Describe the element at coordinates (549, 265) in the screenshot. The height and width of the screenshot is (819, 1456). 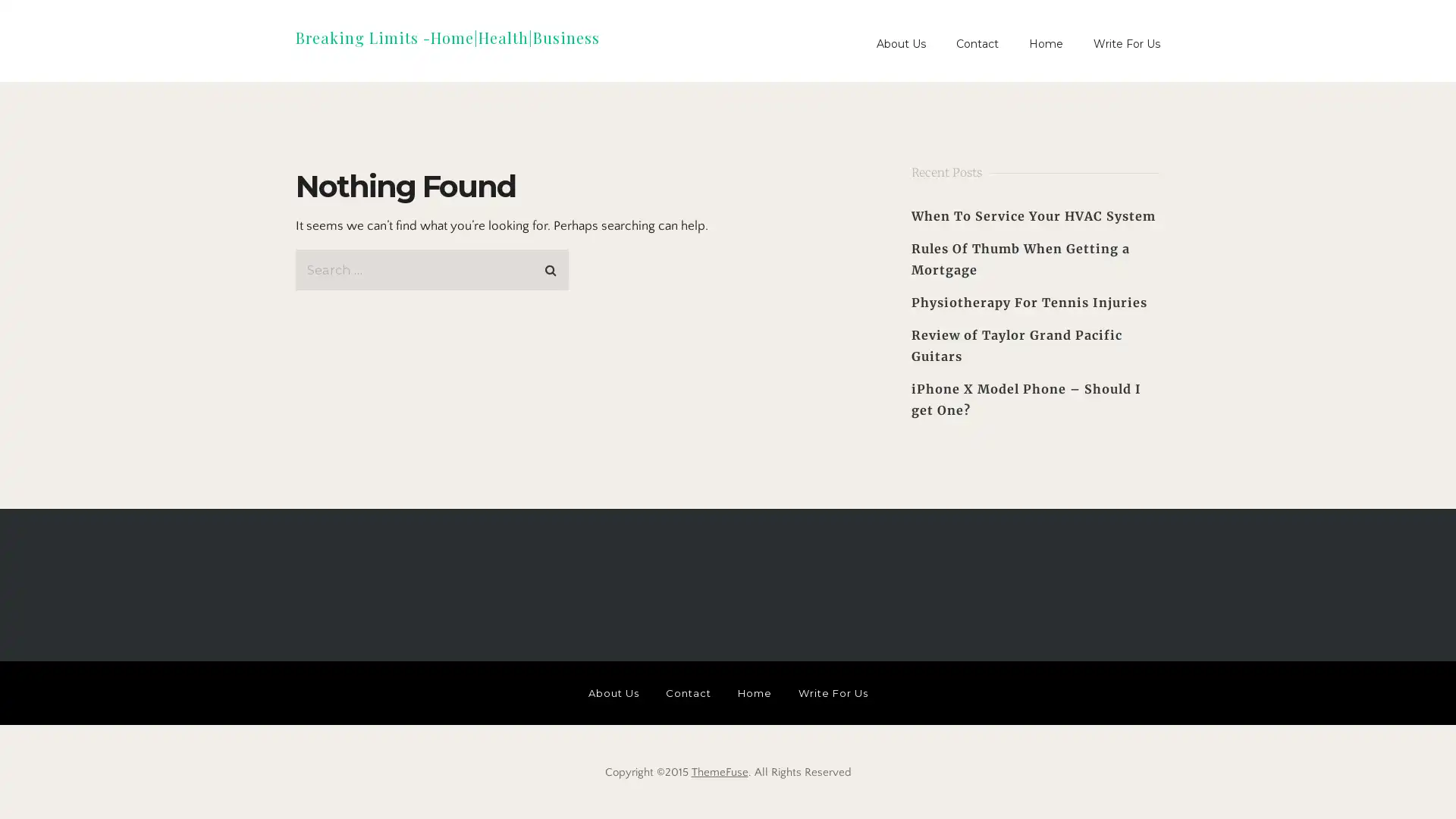
I see `Search` at that location.